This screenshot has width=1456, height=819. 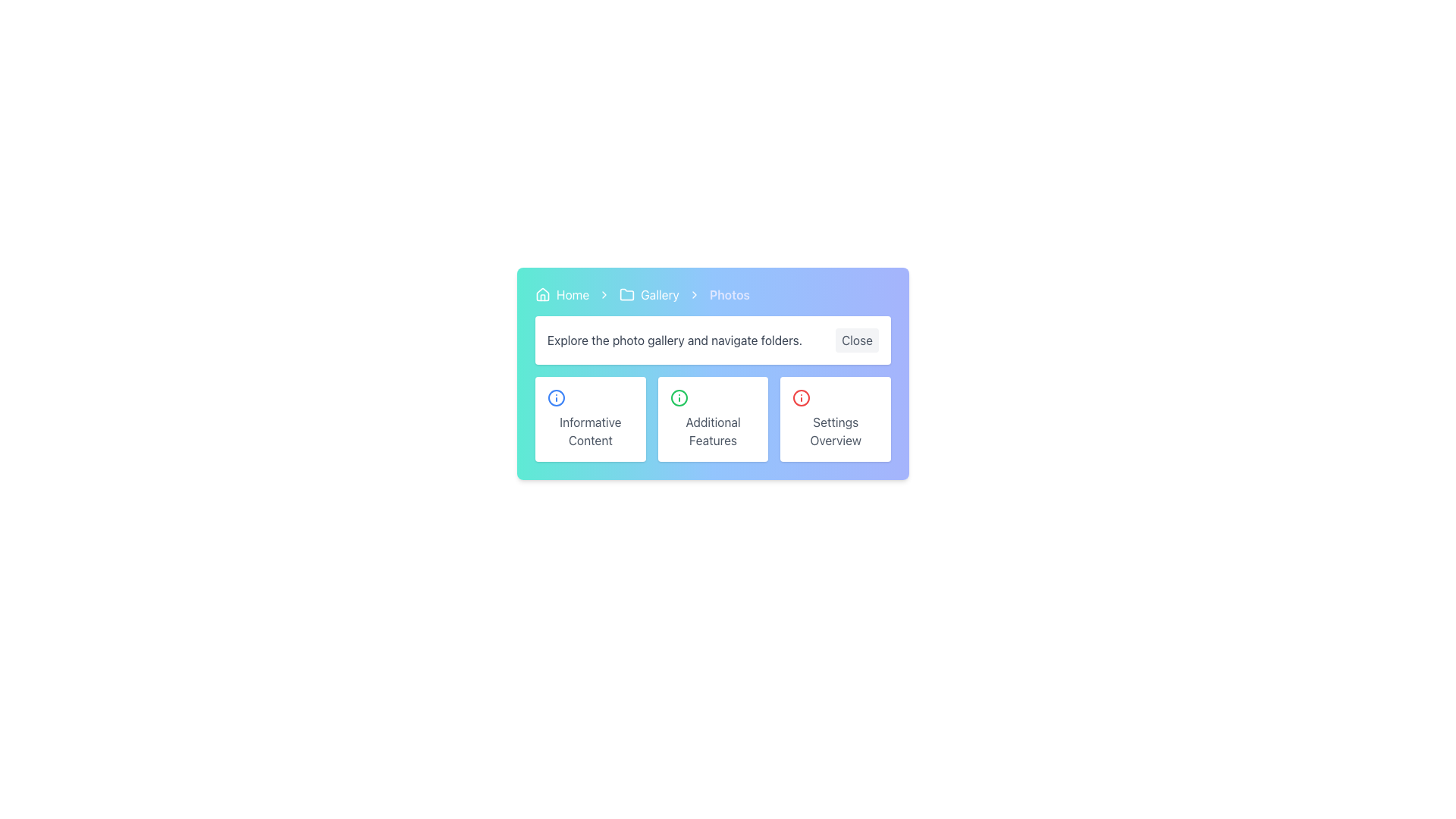 What do you see at coordinates (561, 295) in the screenshot?
I see `the first breadcrumb navigation item that directs users to the root or home page of the application, located at the top left corner of the interface` at bounding box center [561, 295].